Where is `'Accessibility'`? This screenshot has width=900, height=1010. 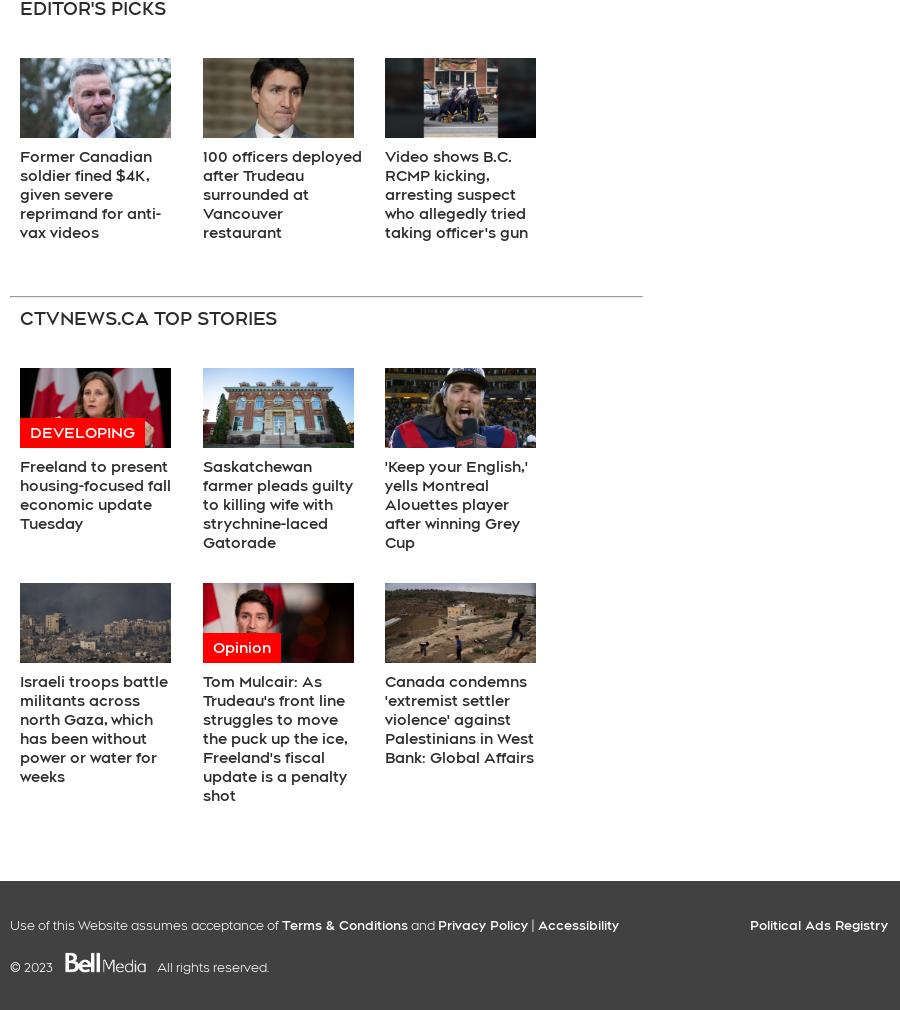
'Accessibility' is located at coordinates (578, 924).